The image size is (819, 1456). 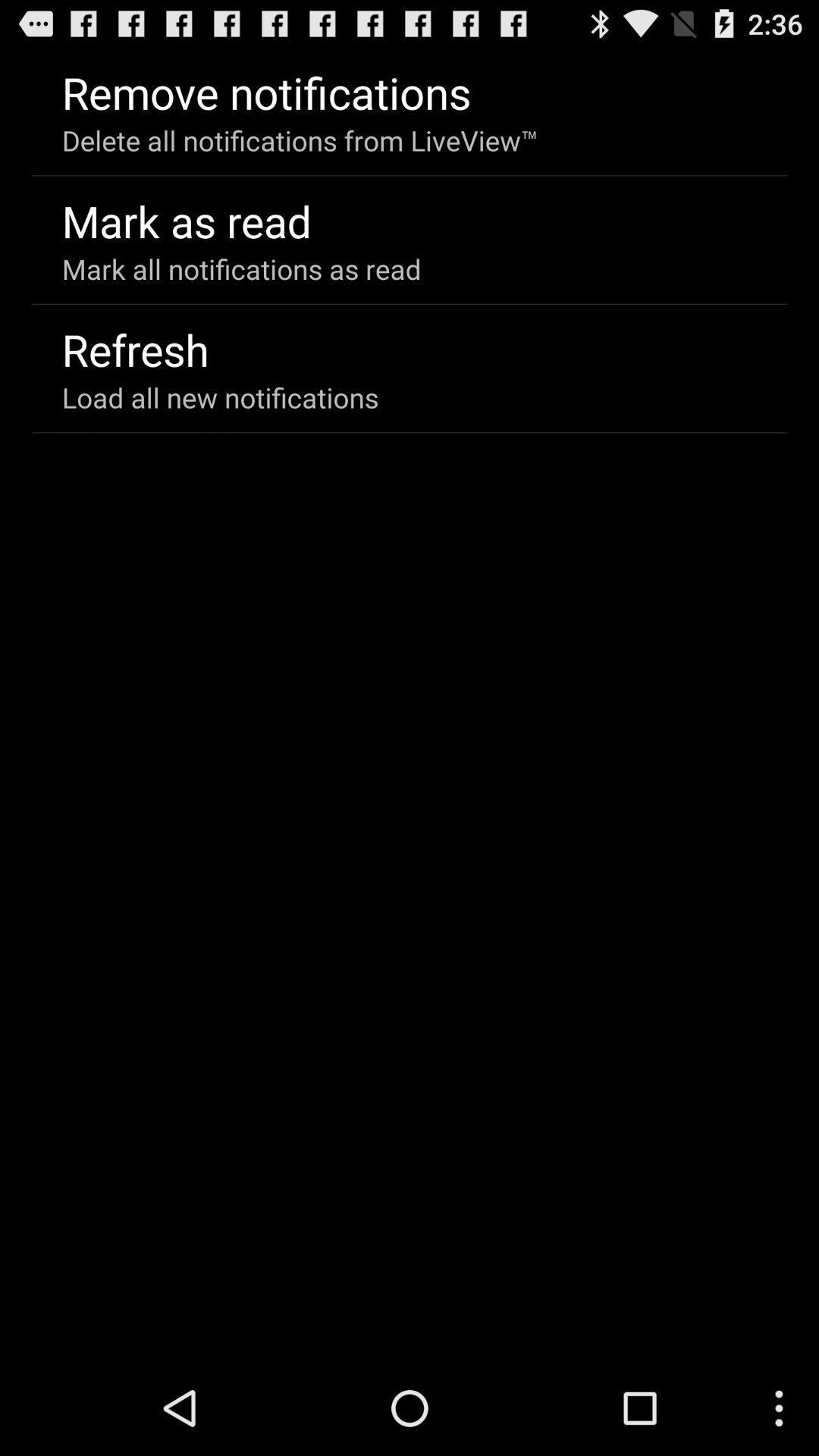 I want to click on refresh item, so click(x=134, y=348).